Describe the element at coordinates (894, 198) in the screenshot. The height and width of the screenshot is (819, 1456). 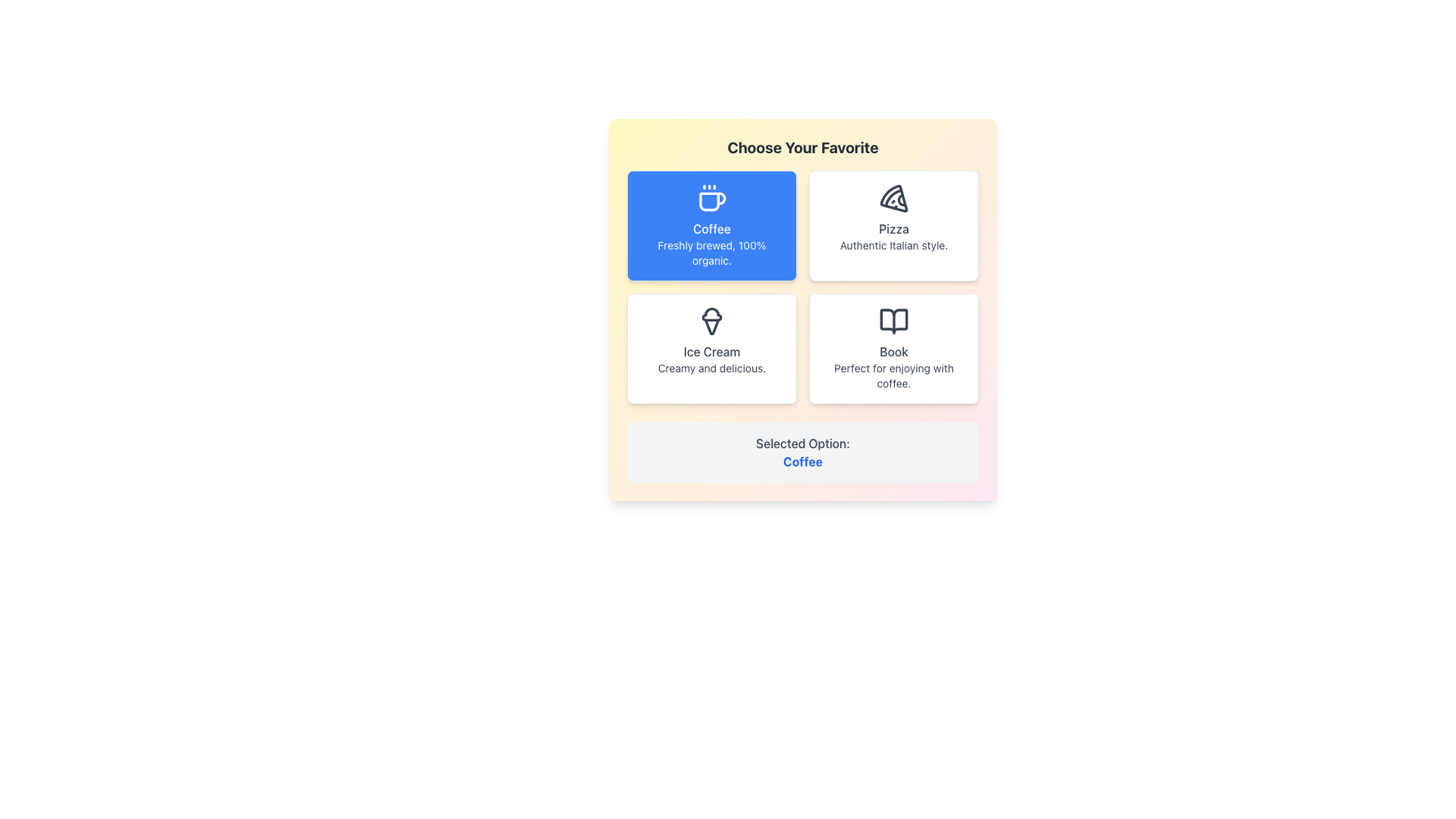
I see `the 'Pizza' icon located in the top-right quadrant of the main selection grid` at that location.